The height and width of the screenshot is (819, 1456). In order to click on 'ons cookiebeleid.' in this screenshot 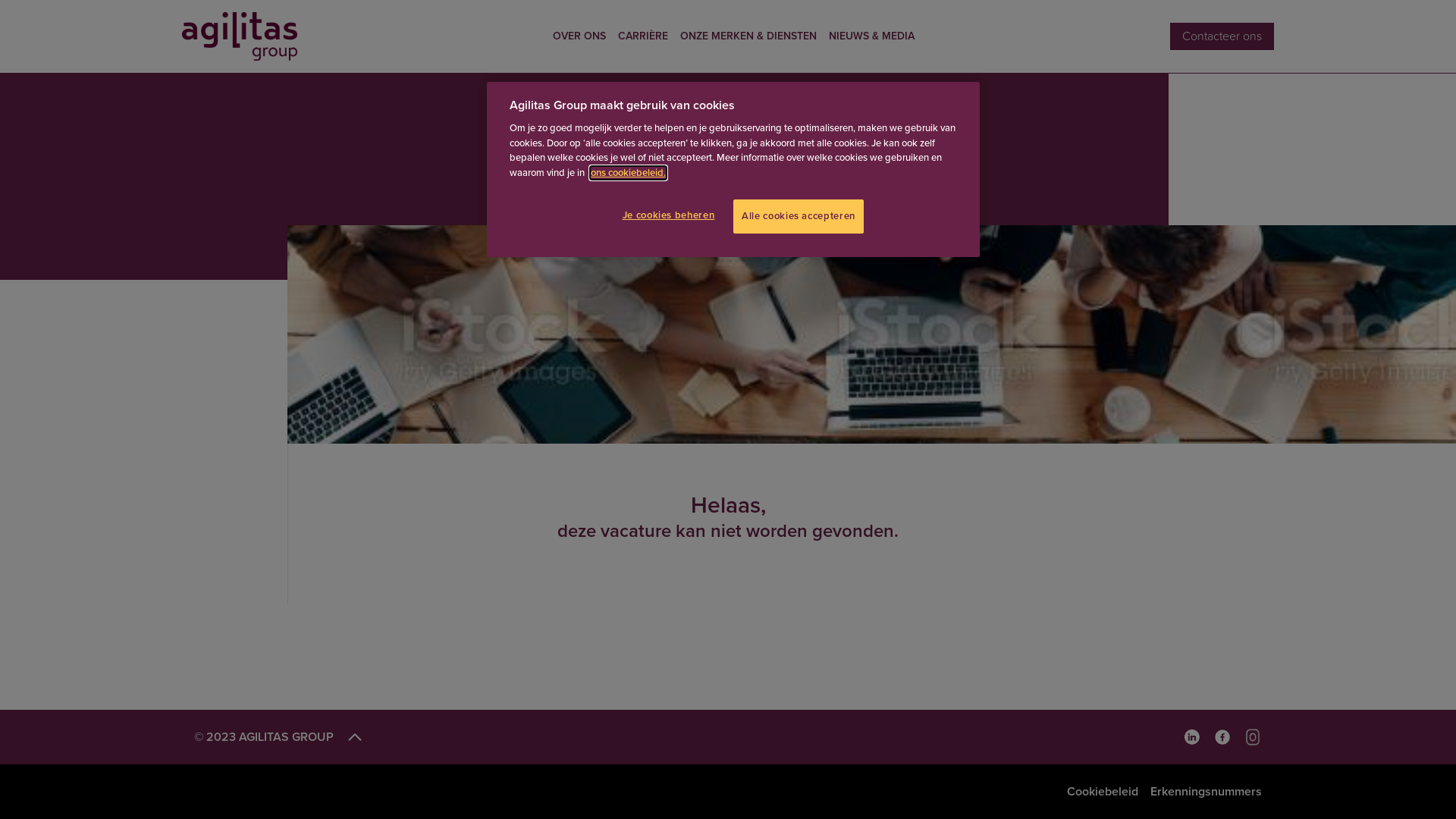, I will do `click(628, 171)`.